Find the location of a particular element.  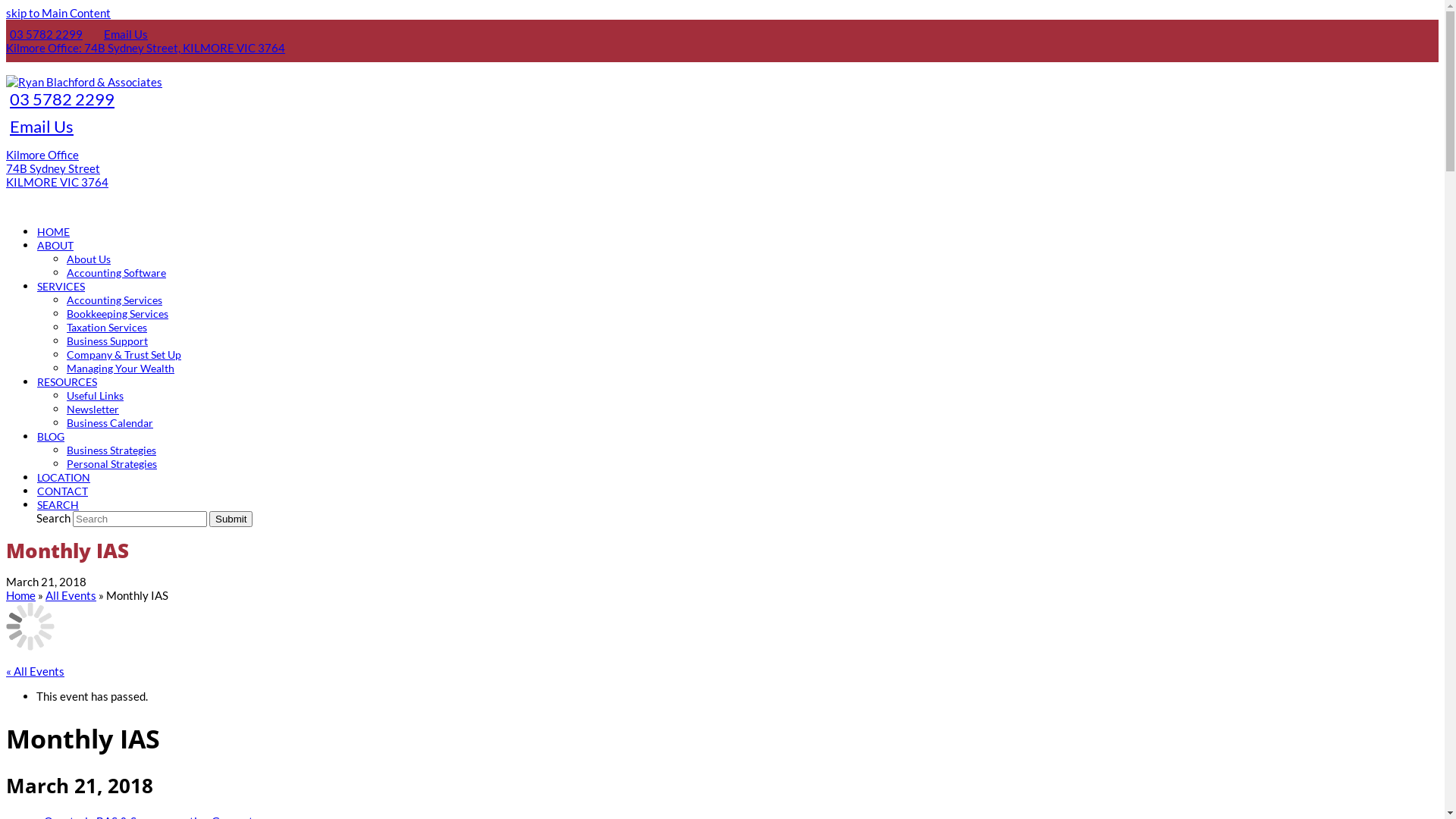

'Taxation Services' is located at coordinates (105, 326).